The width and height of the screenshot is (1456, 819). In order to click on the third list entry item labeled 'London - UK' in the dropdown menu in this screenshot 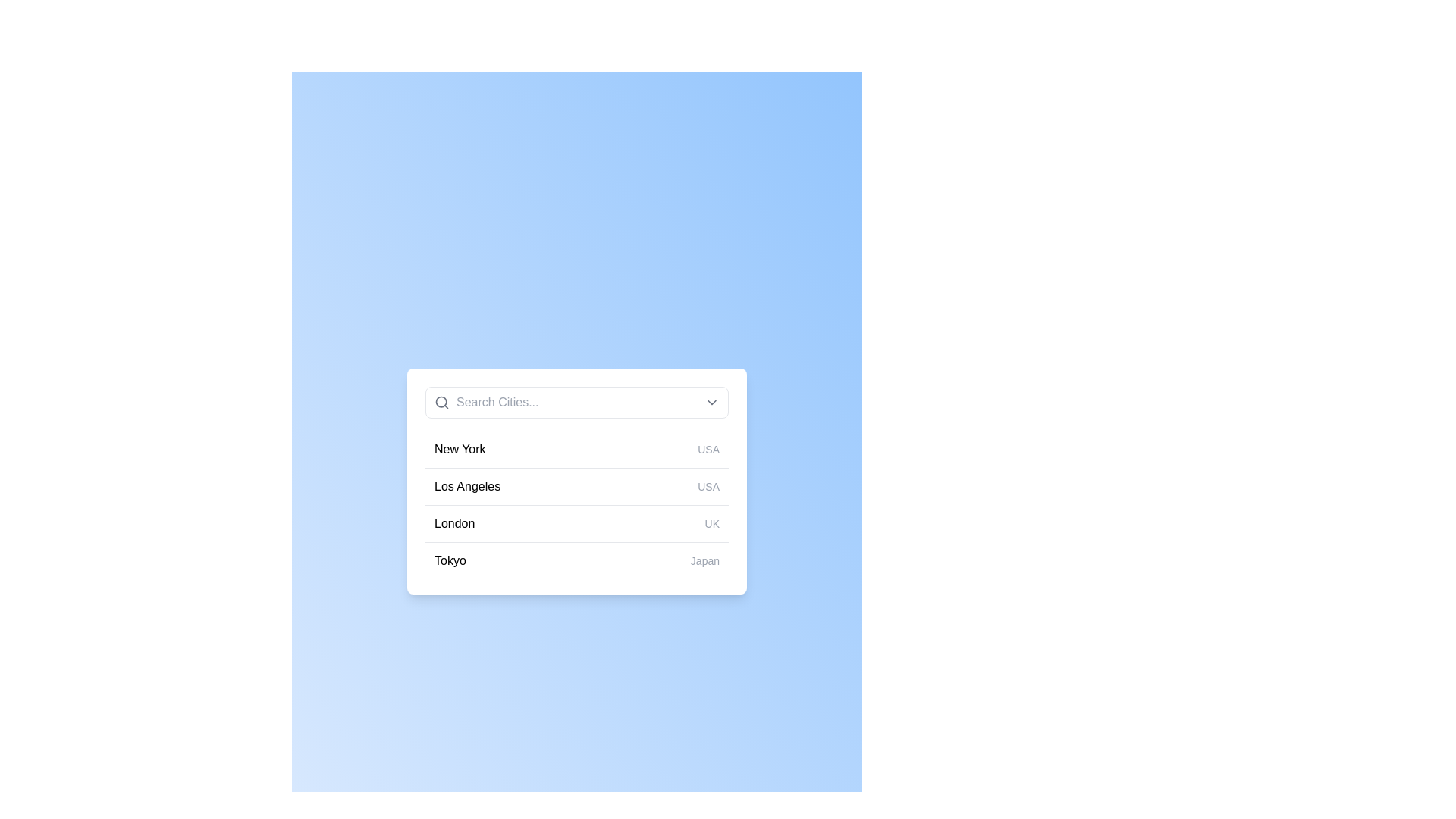, I will do `click(576, 522)`.